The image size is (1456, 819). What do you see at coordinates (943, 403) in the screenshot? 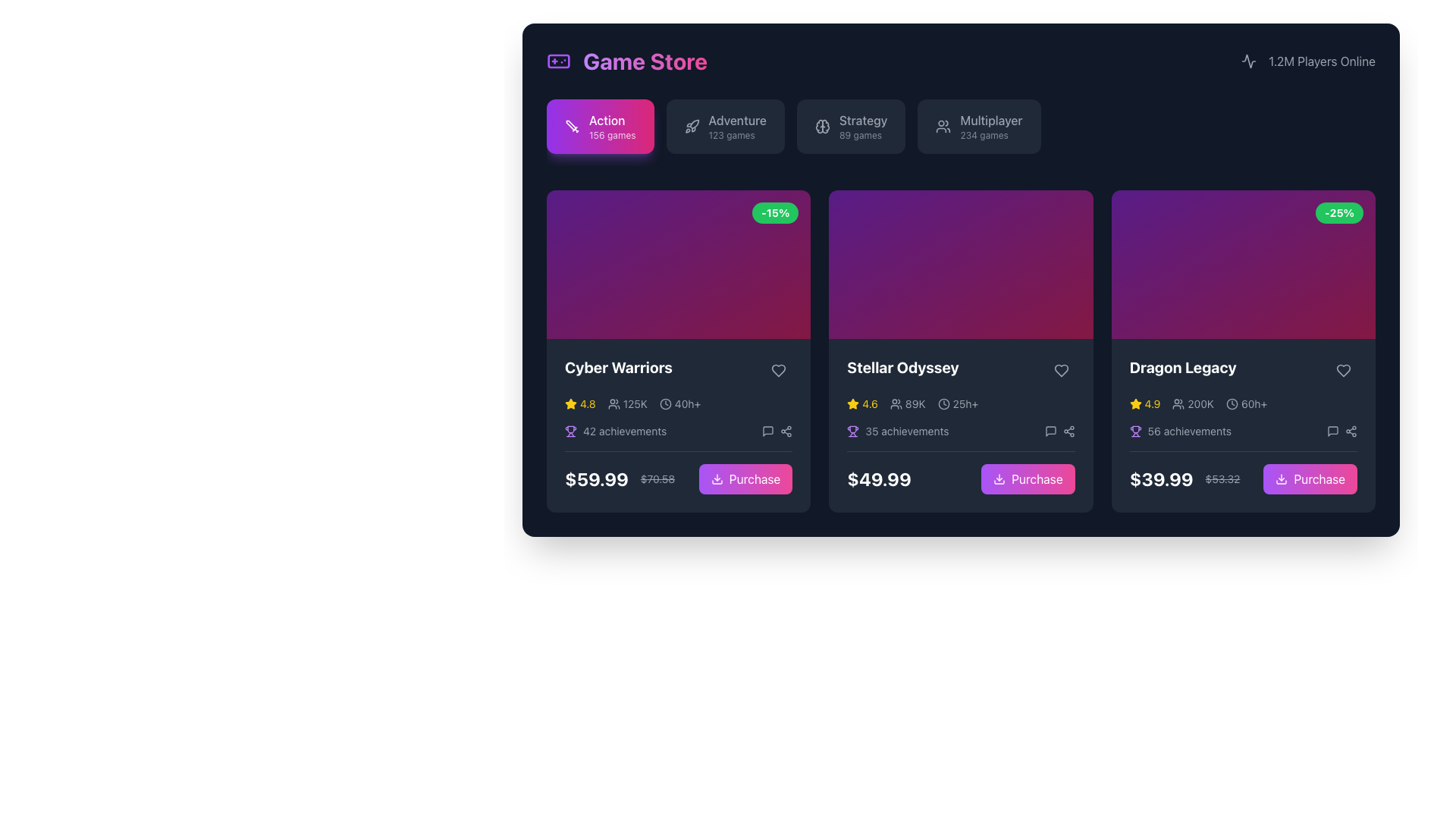
I see `the circle component of the clock icon located at the top right section of the interface` at bounding box center [943, 403].